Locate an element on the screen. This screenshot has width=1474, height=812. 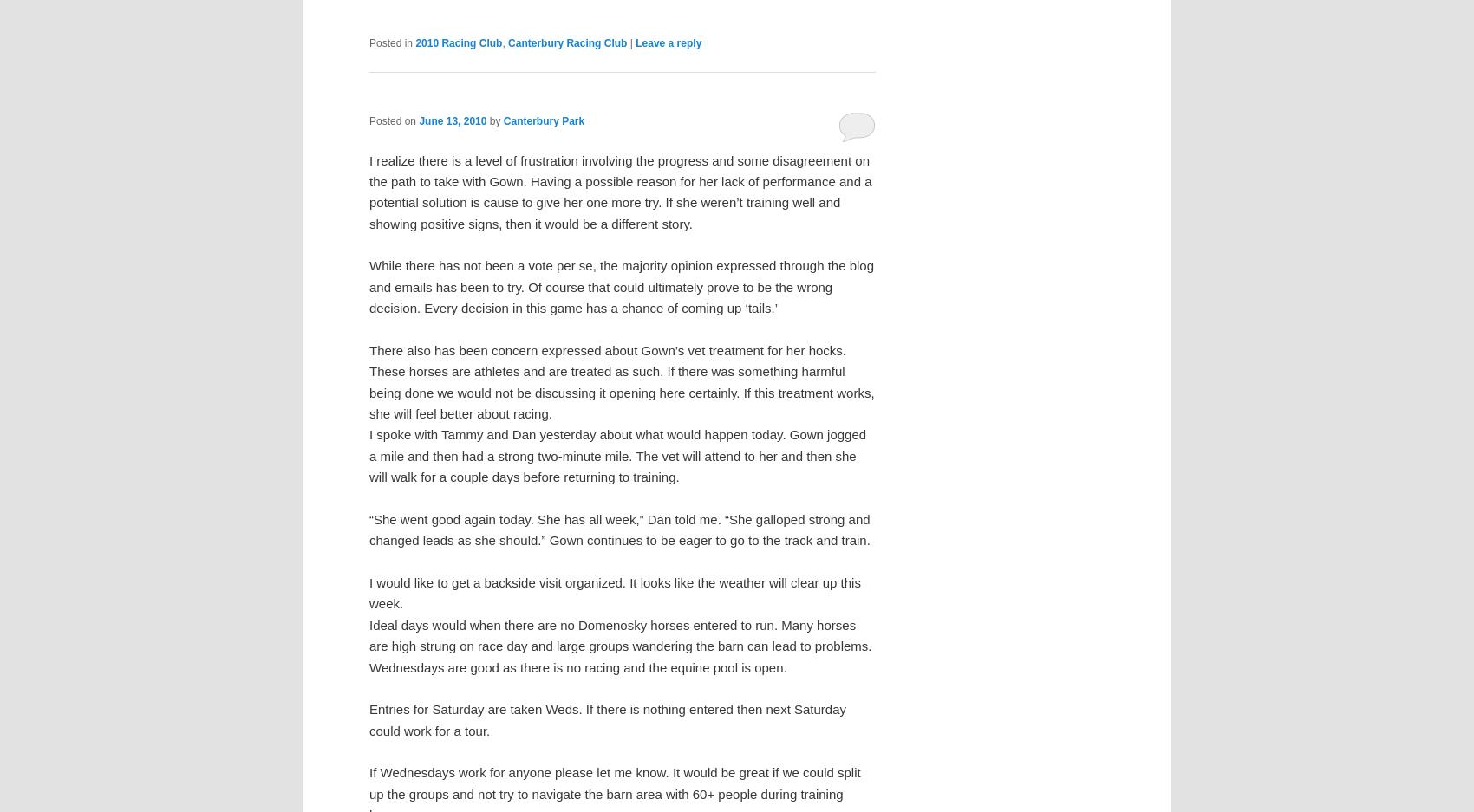
'Leave a reply' is located at coordinates (636, 42).